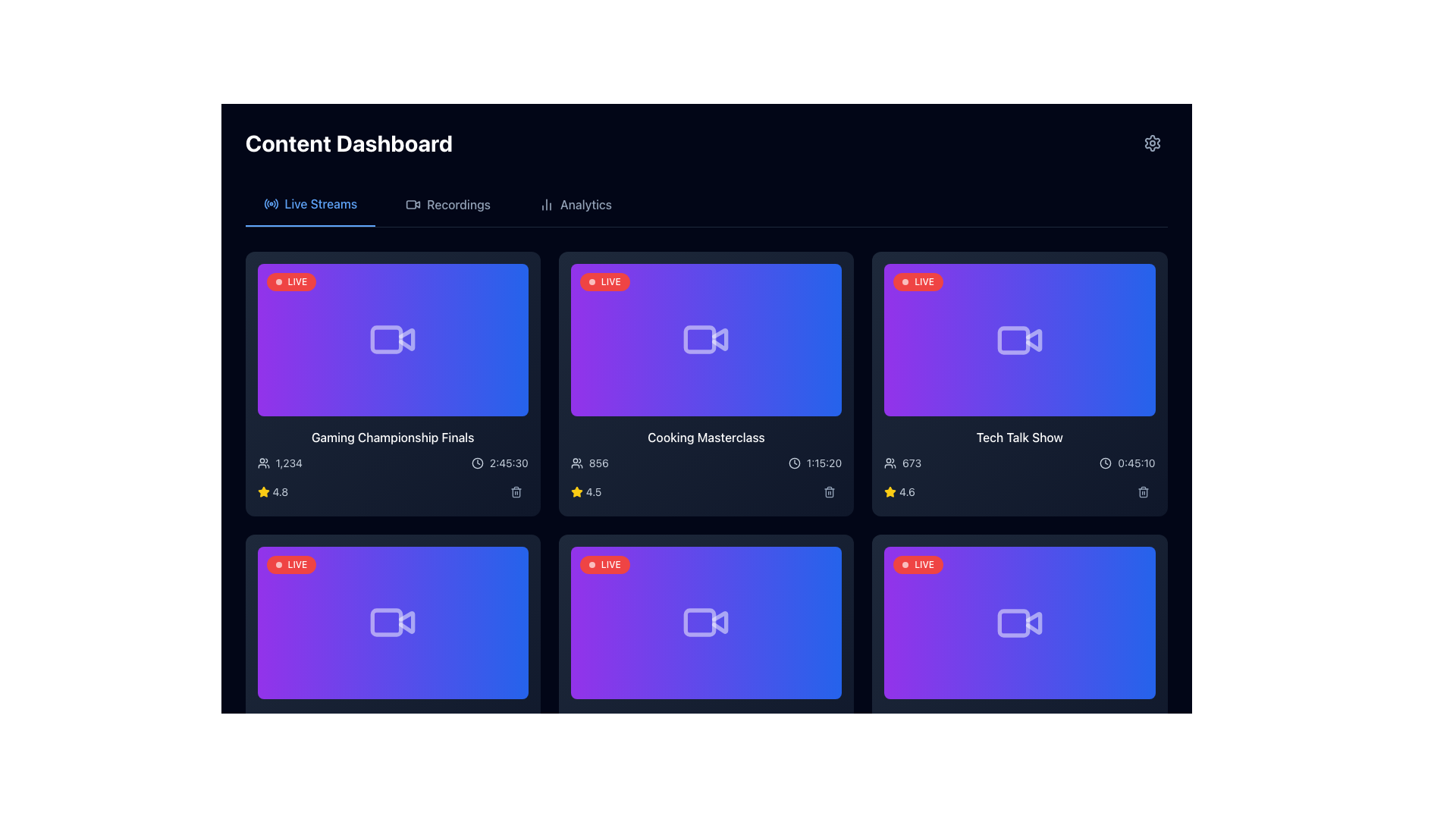 The image size is (1456, 819). What do you see at coordinates (413, 205) in the screenshot?
I see `video camera icon located in the navigation bar near the 'Recordings' text using developer tools` at bounding box center [413, 205].